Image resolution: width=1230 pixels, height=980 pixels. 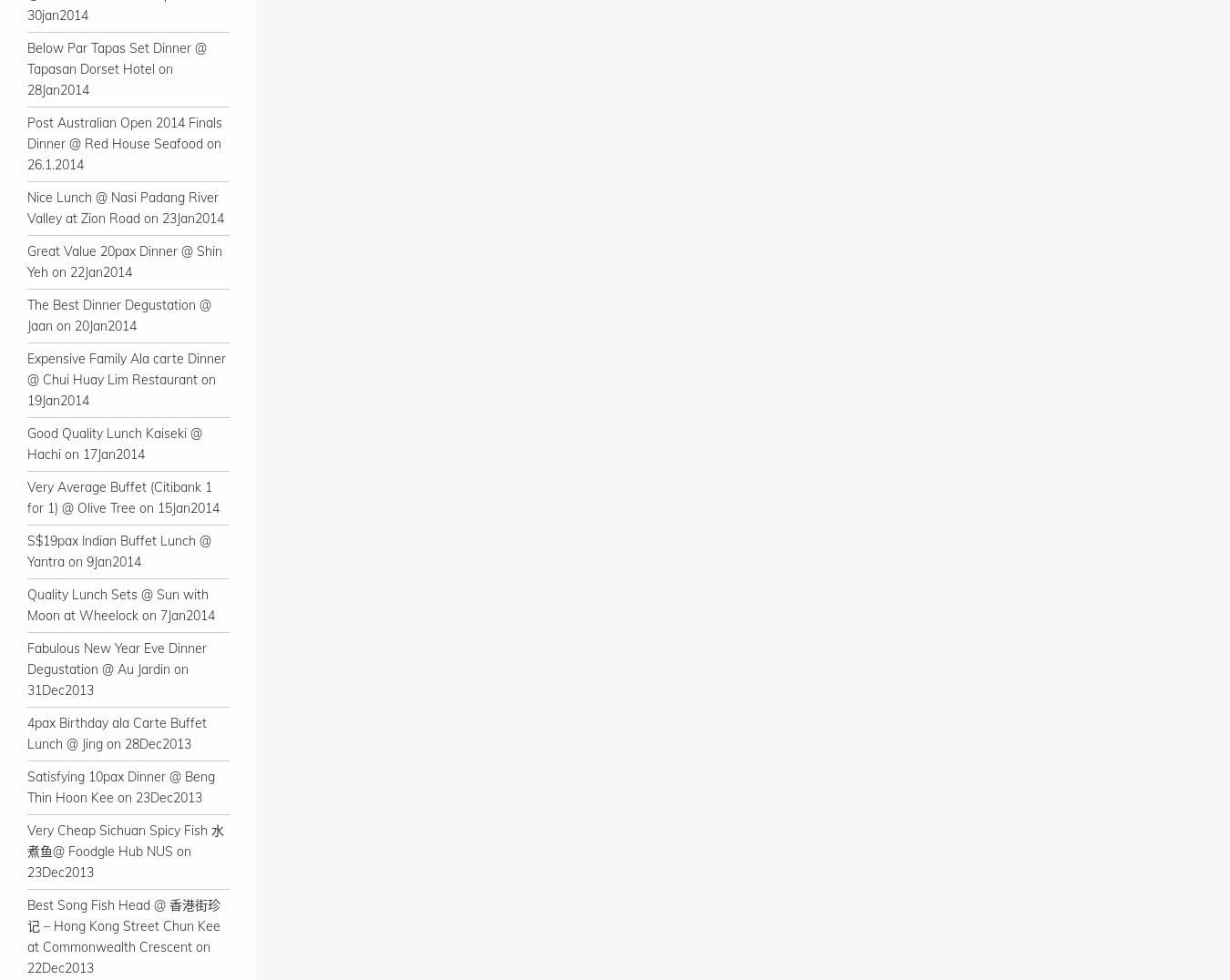 What do you see at coordinates (118, 551) in the screenshot?
I see `'S$19pax Indian Buffet Lunch @ Yantra on 9Jan2014'` at bounding box center [118, 551].